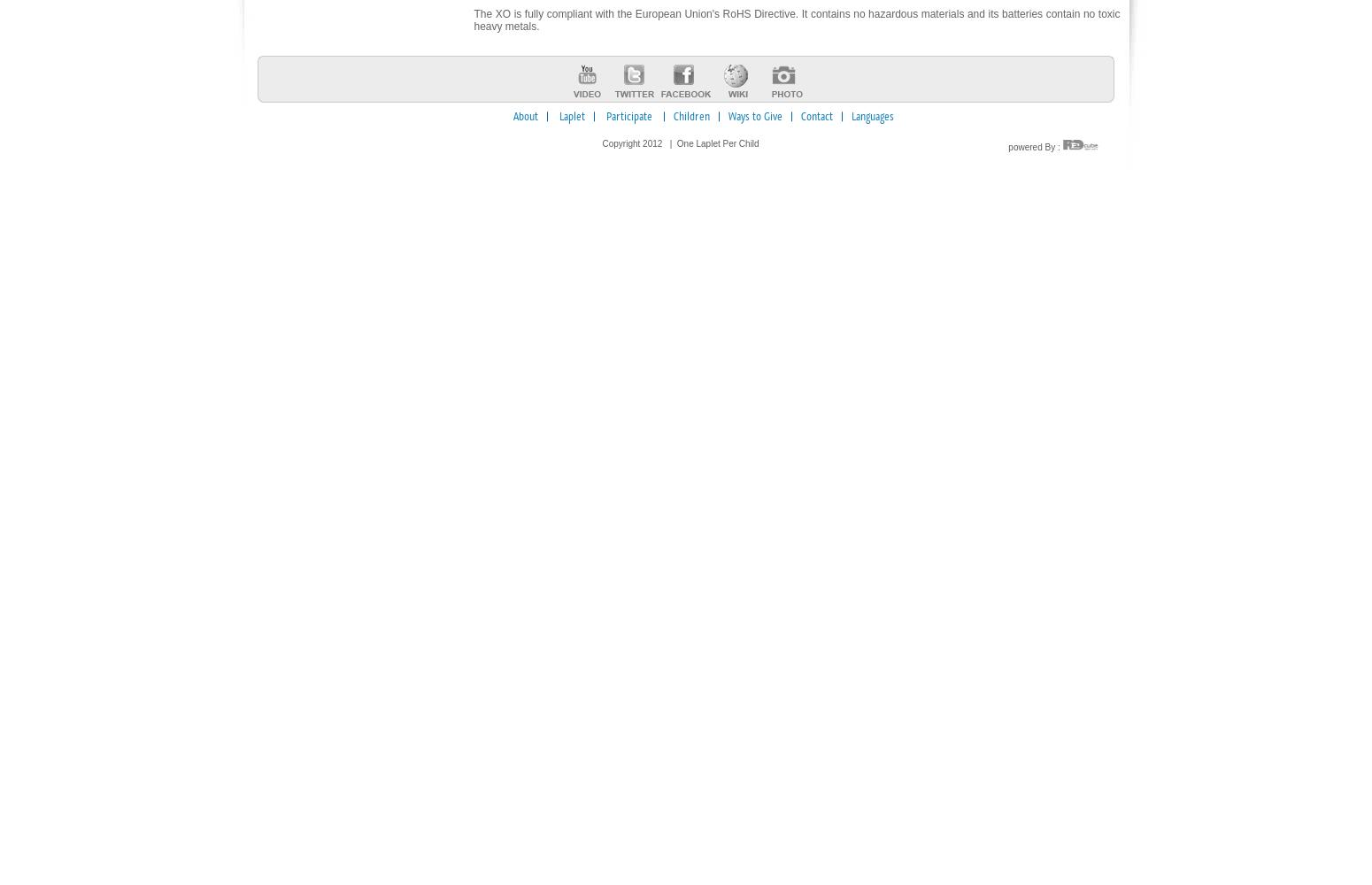 The width and height of the screenshot is (1372, 885). What do you see at coordinates (513, 117) in the screenshot?
I see `'About'` at bounding box center [513, 117].